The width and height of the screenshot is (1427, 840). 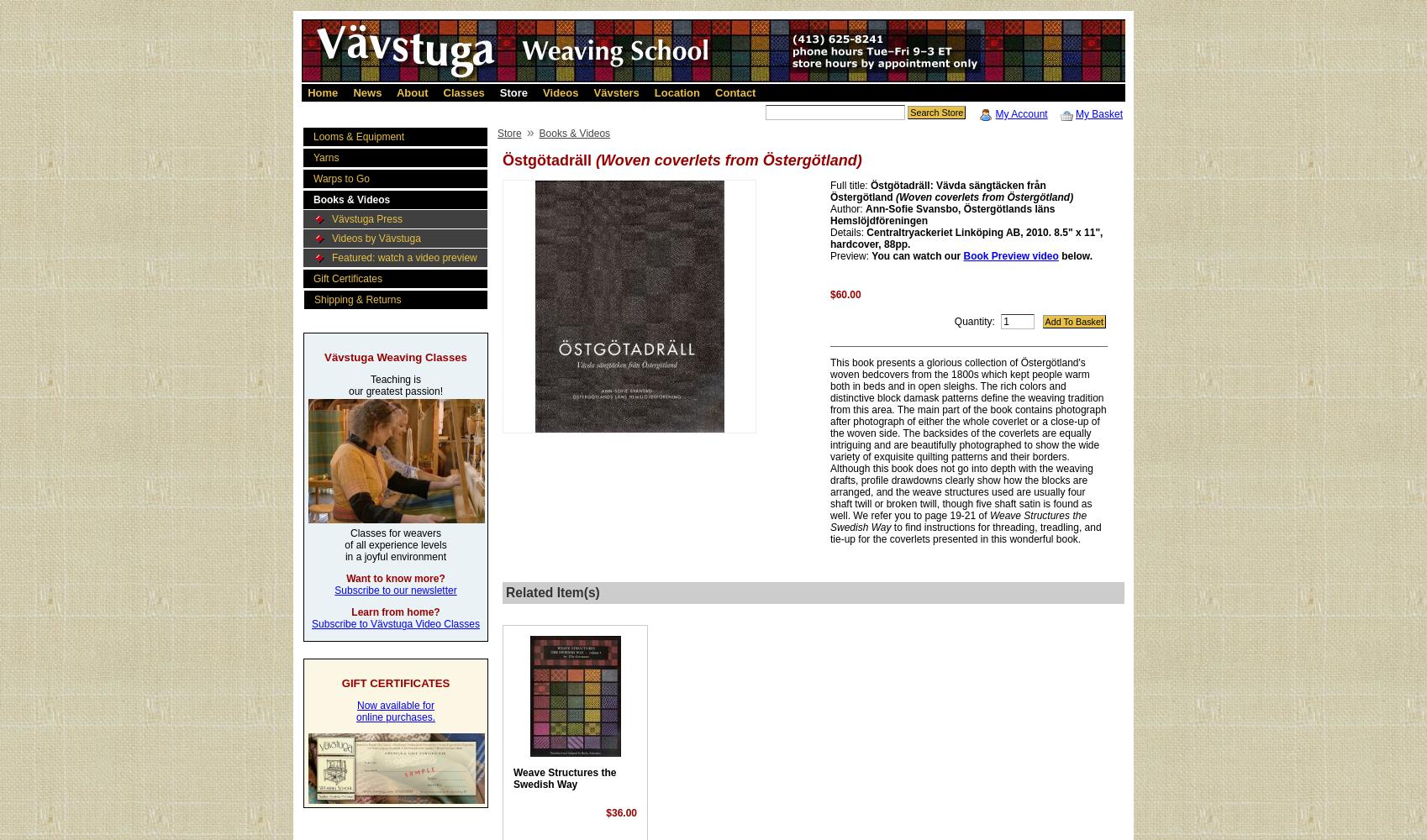 I want to click on 'Home', so click(x=322, y=92).